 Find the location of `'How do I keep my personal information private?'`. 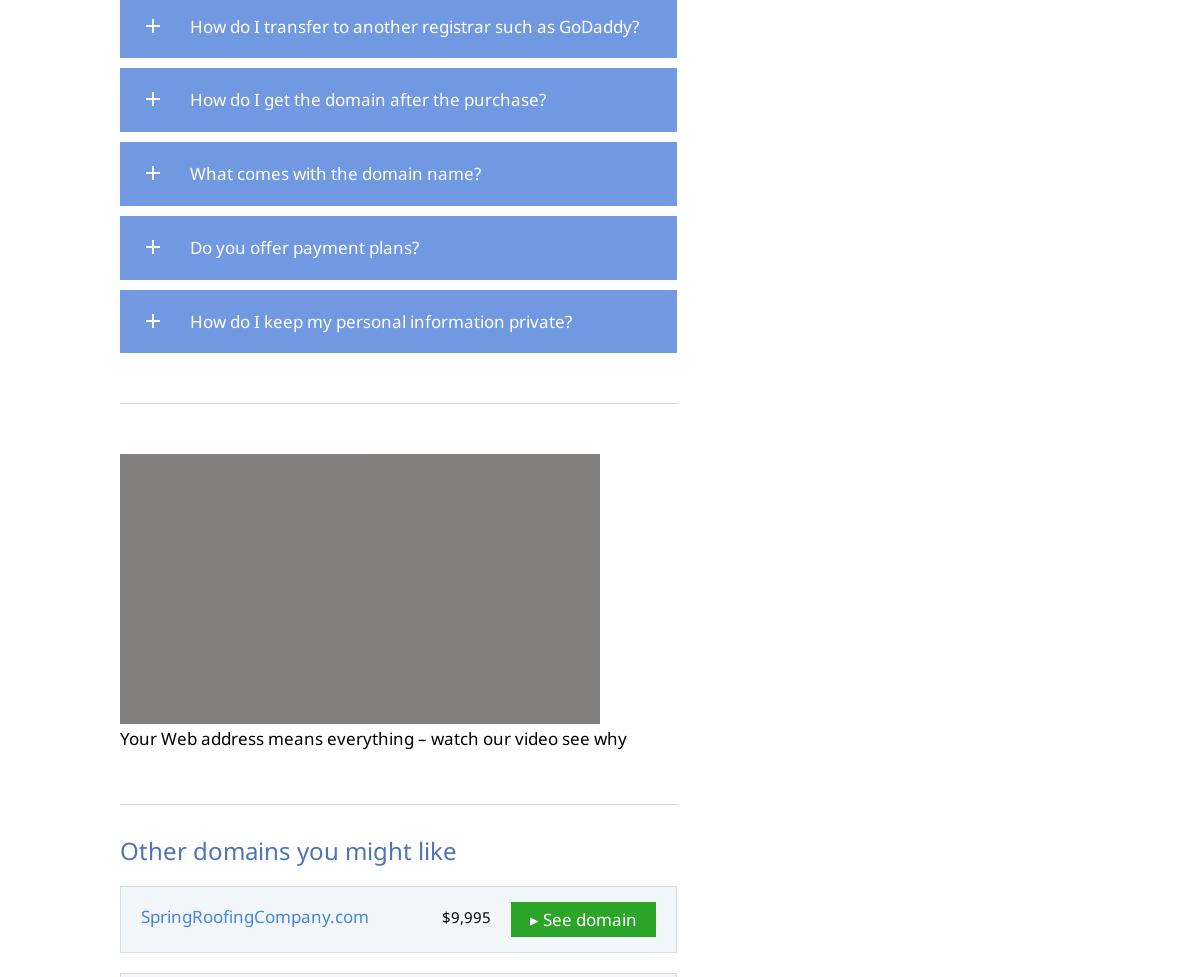

'How do I keep my personal information private?' is located at coordinates (381, 319).